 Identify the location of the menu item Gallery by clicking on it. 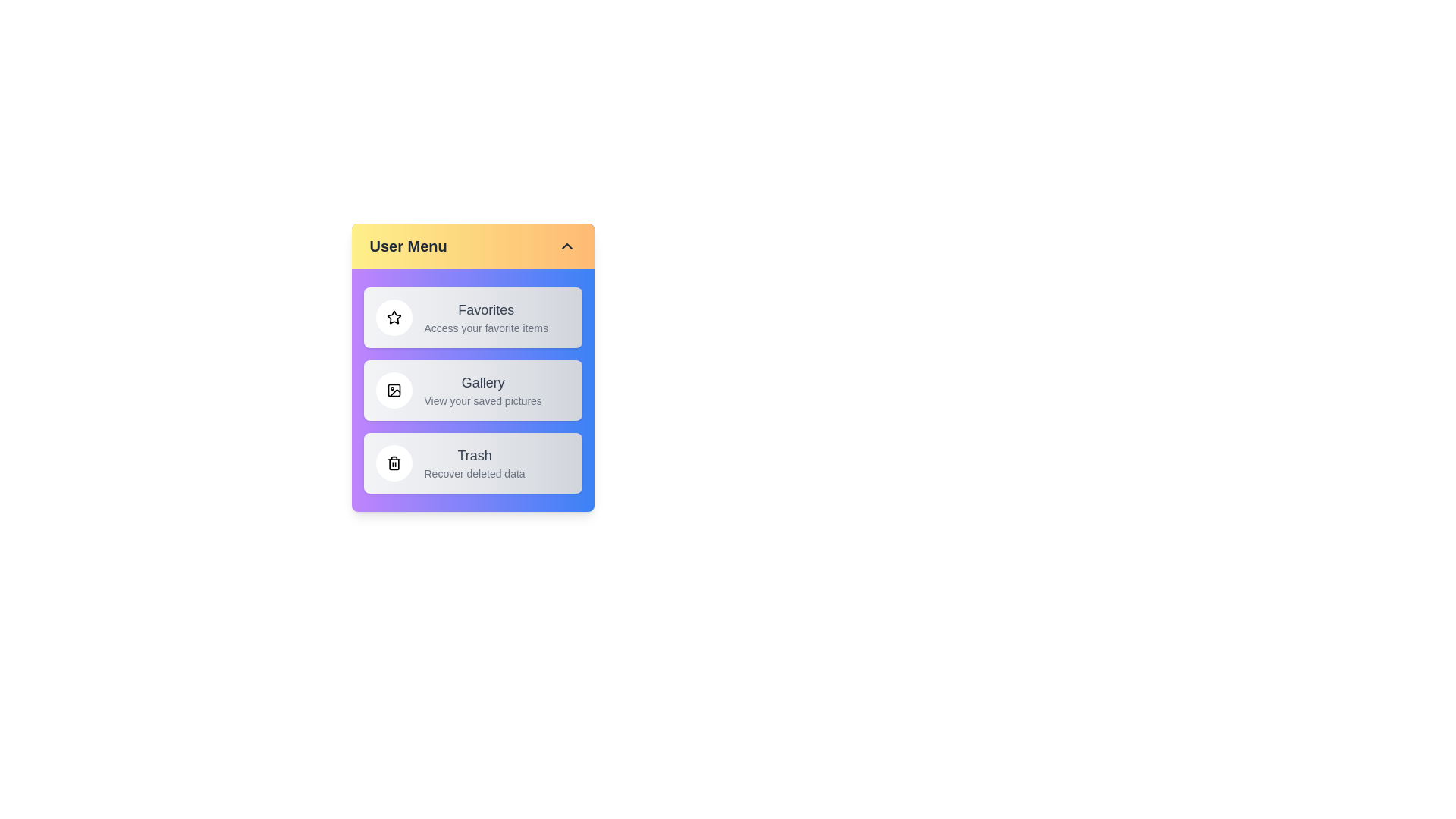
(472, 390).